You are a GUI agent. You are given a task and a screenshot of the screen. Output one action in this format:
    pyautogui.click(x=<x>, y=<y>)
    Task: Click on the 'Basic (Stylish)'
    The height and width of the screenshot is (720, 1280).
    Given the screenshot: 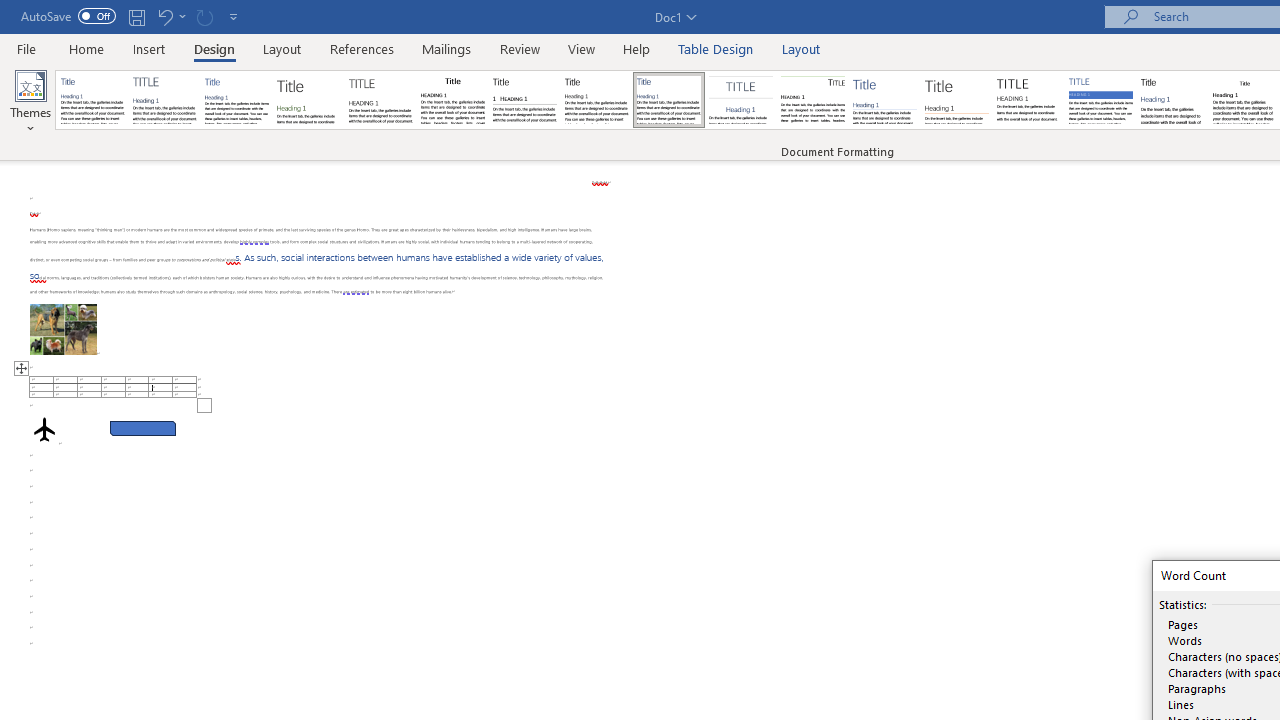 What is the action you would take?
    pyautogui.click(x=308, y=100)
    